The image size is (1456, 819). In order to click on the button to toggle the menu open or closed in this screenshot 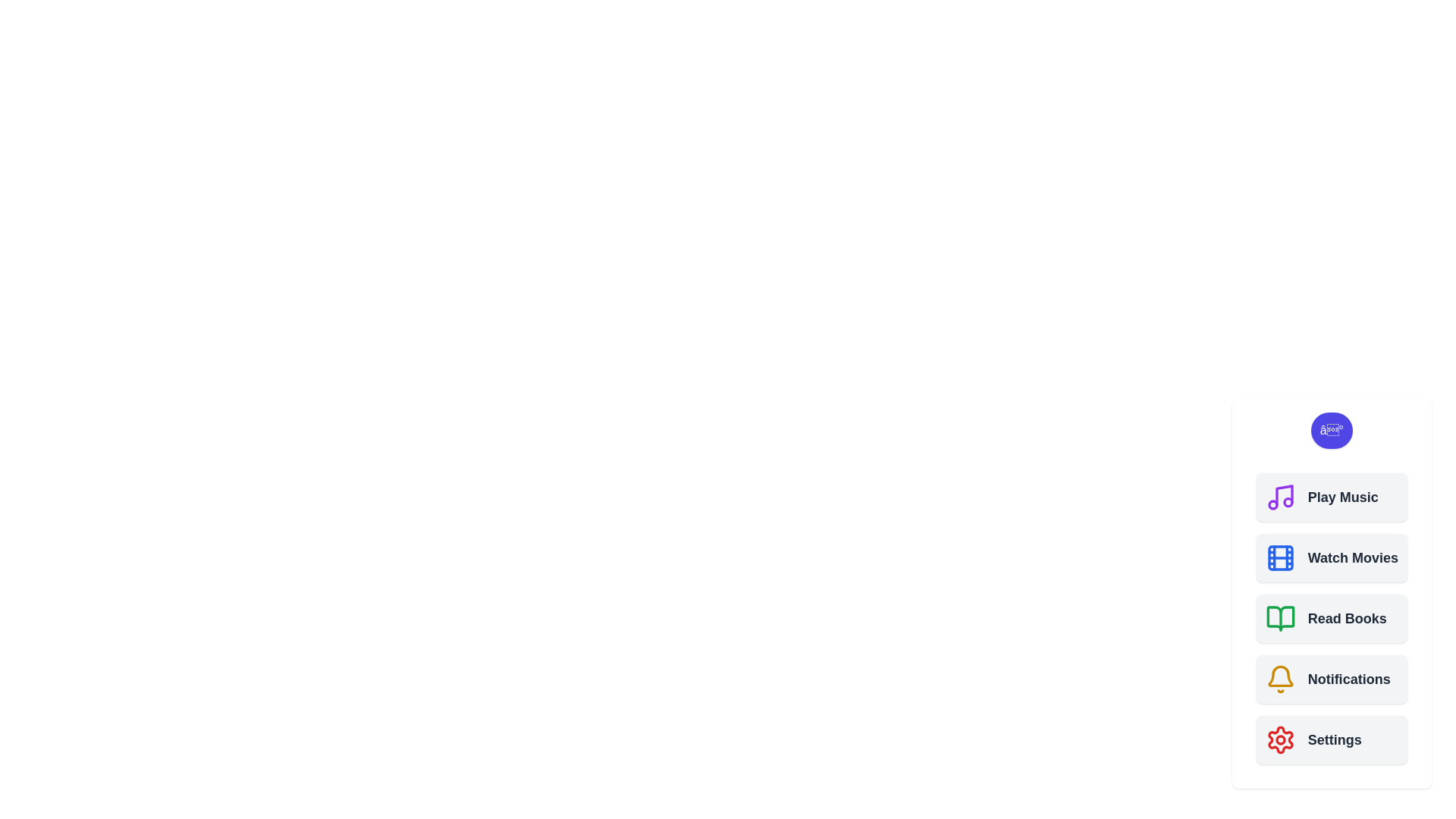, I will do `click(1331, 430)`.